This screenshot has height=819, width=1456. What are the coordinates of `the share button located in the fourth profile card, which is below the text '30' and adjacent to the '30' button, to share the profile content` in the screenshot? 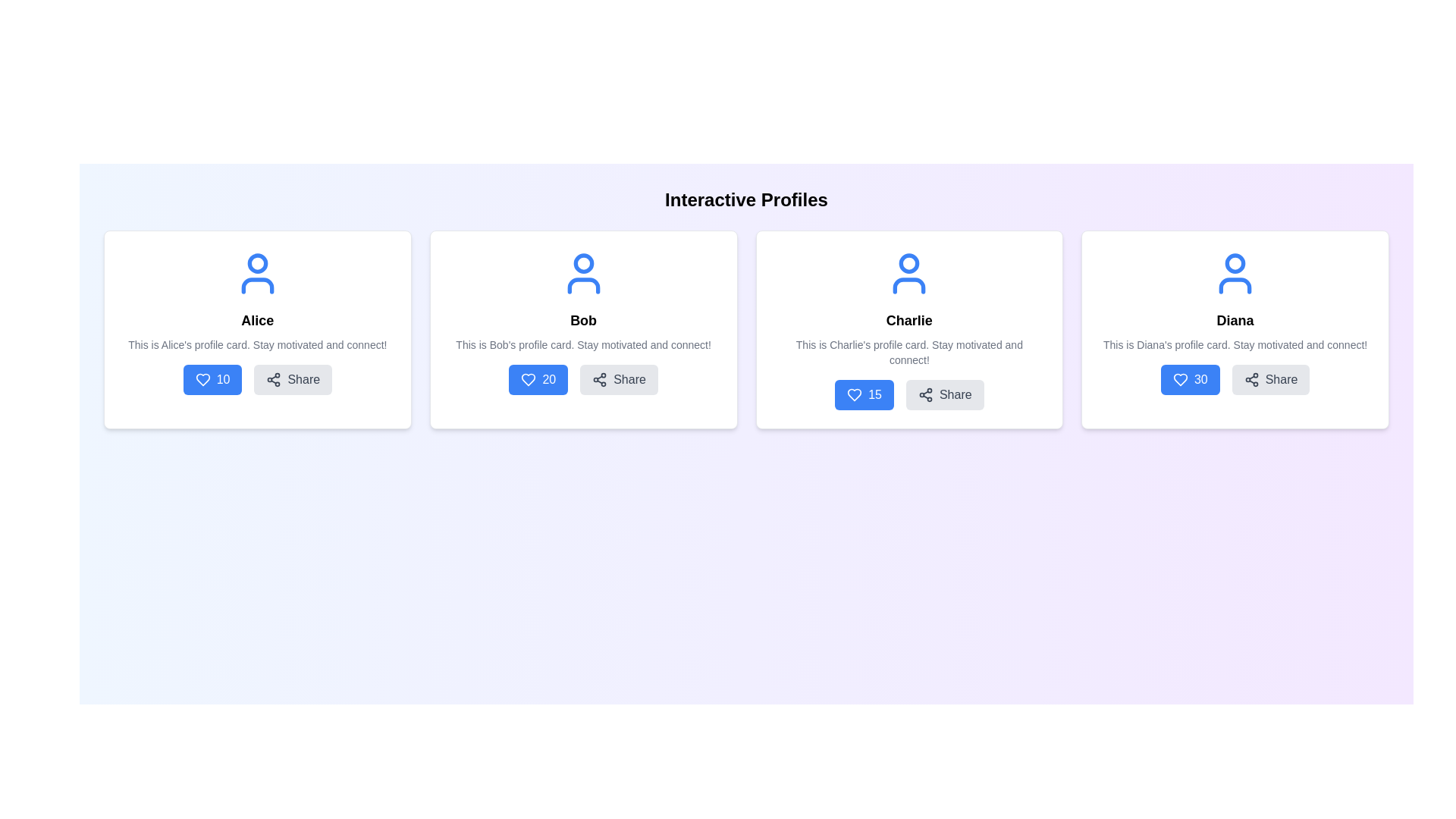 It's located at (1270, 379).